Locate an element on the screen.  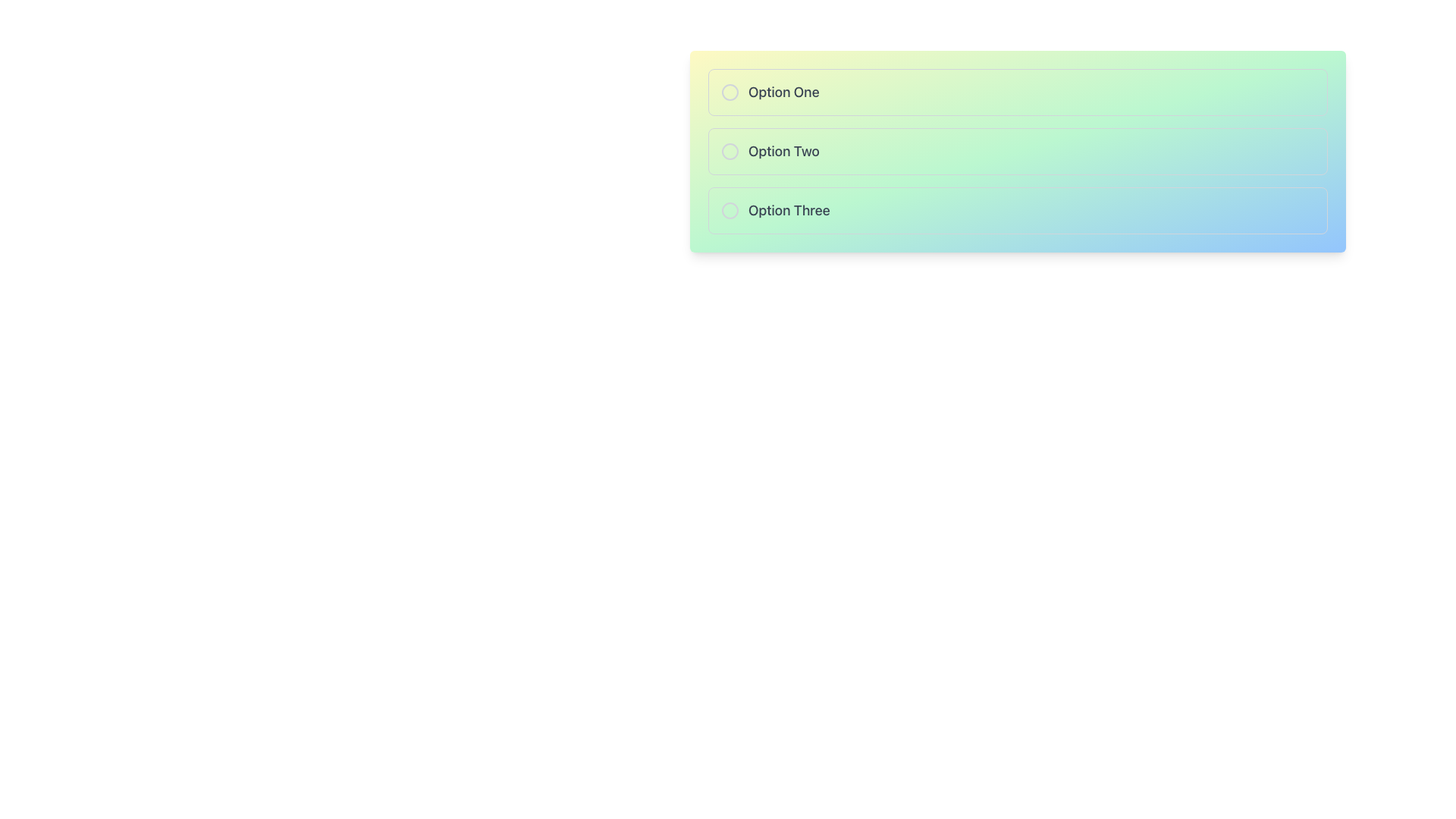
the circular selection control adjacent to the text label for the second selectable option is located at coordinates (783, 152).